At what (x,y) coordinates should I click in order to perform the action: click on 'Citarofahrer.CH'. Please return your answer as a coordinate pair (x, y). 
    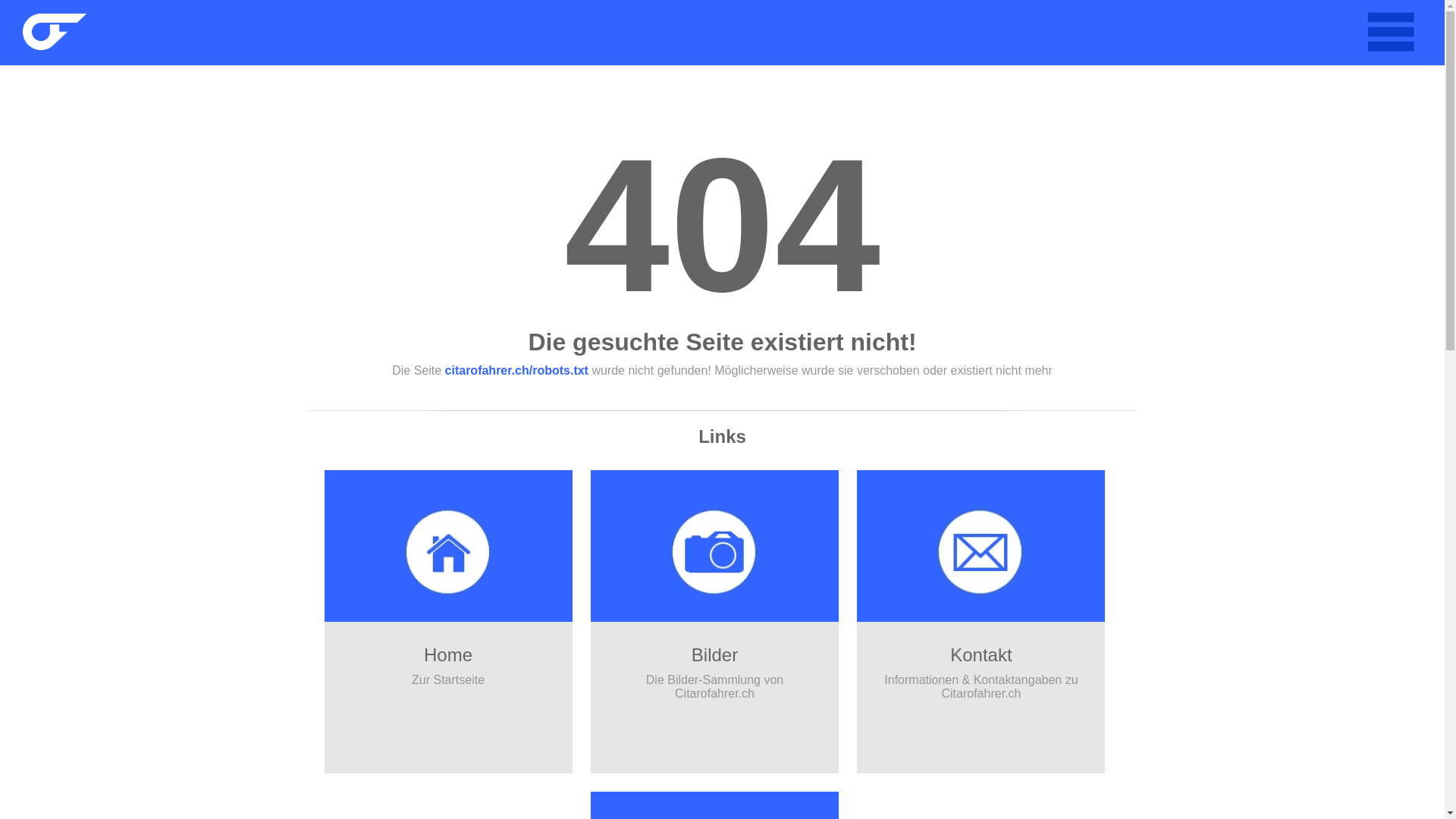
    Looking at the image, I should click on (22, 32).